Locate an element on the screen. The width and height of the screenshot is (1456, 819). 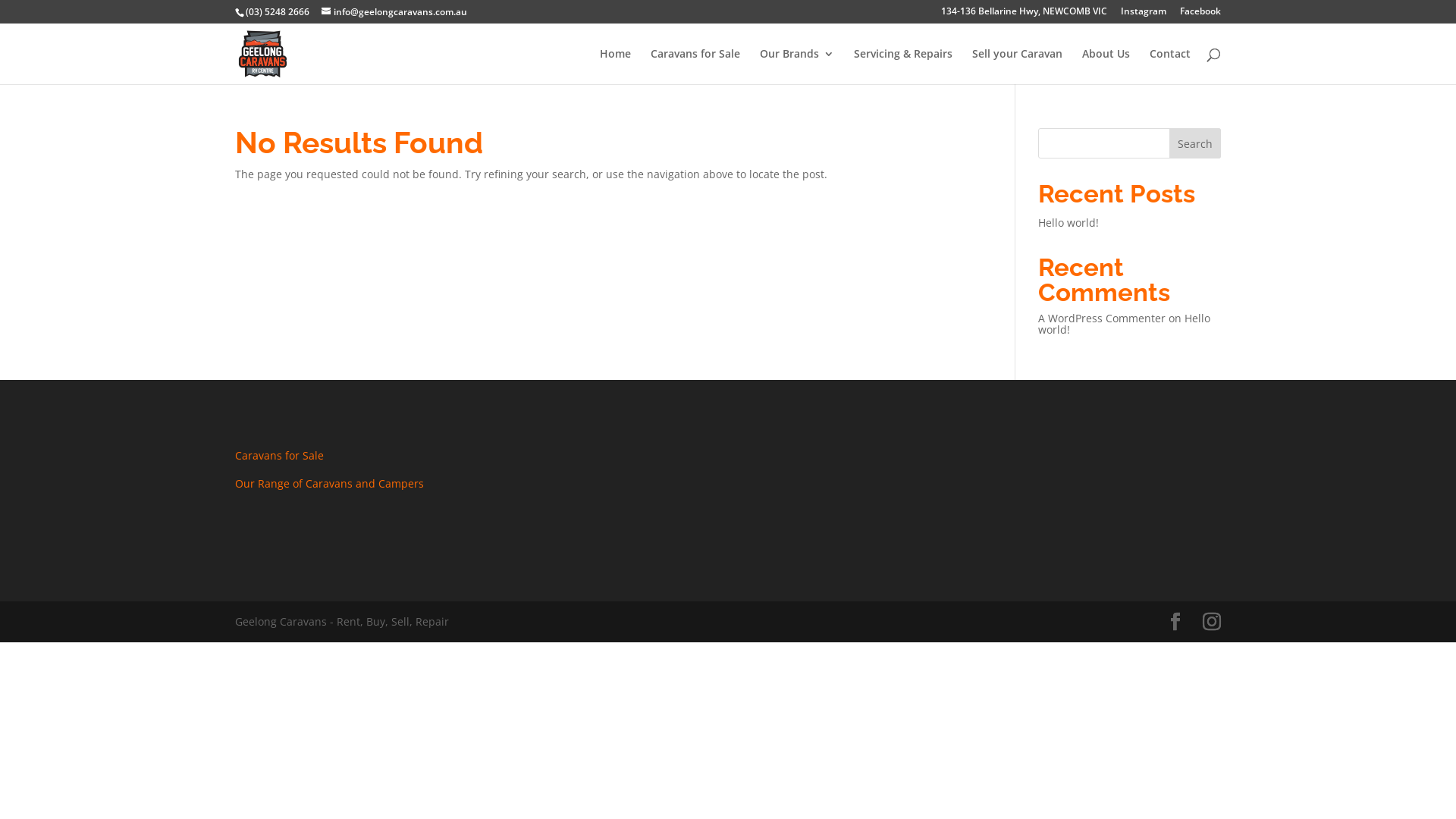
'Servicing & Repairs' is located at coordinates (854, 65).